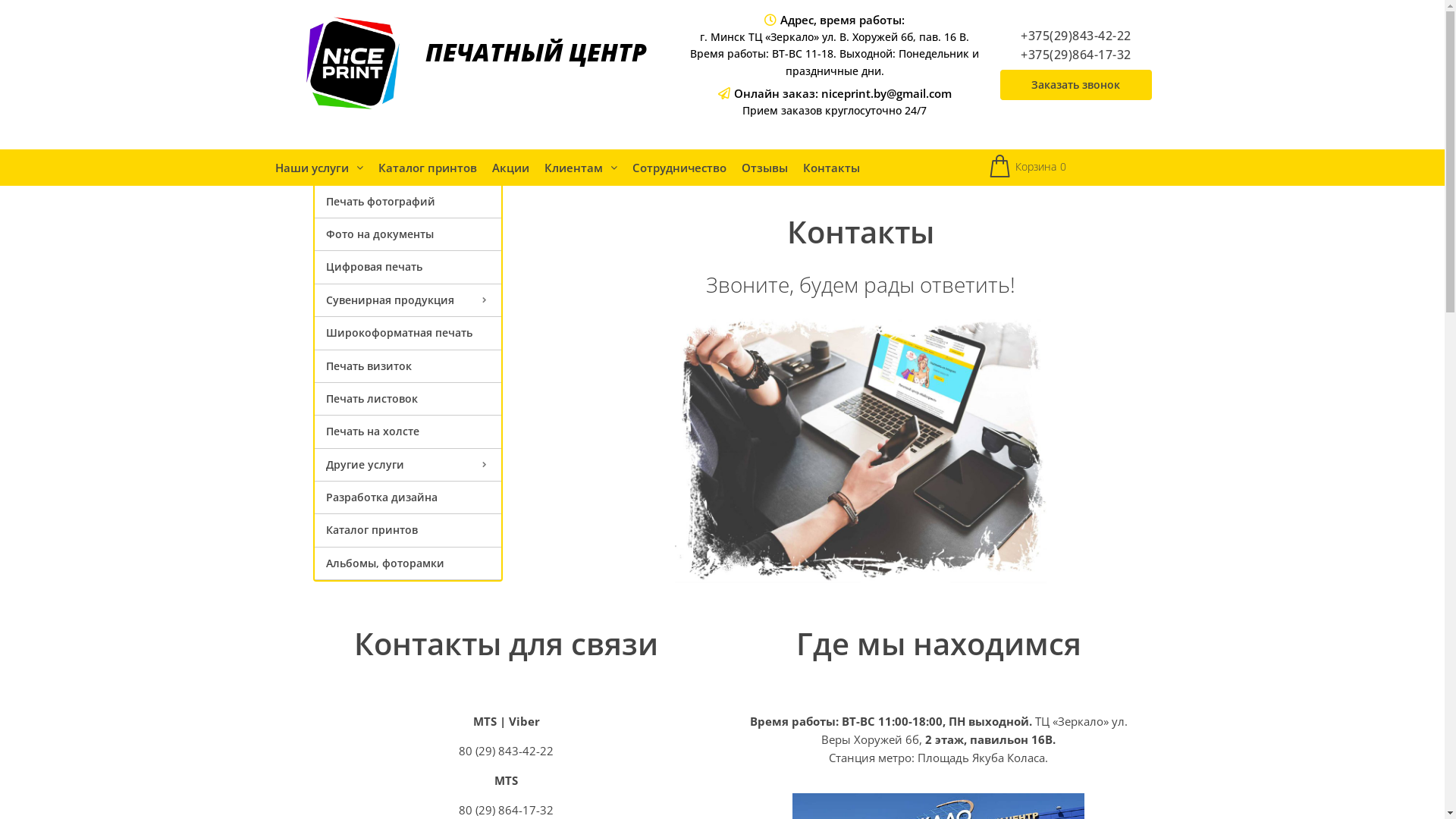 The height and width of the screenshot is (819, 1456). What do you see at coordinates (1075, 34) in the screenshot?
I see `'+375(29)843-42-22'` at bounding box center [1075, 34].